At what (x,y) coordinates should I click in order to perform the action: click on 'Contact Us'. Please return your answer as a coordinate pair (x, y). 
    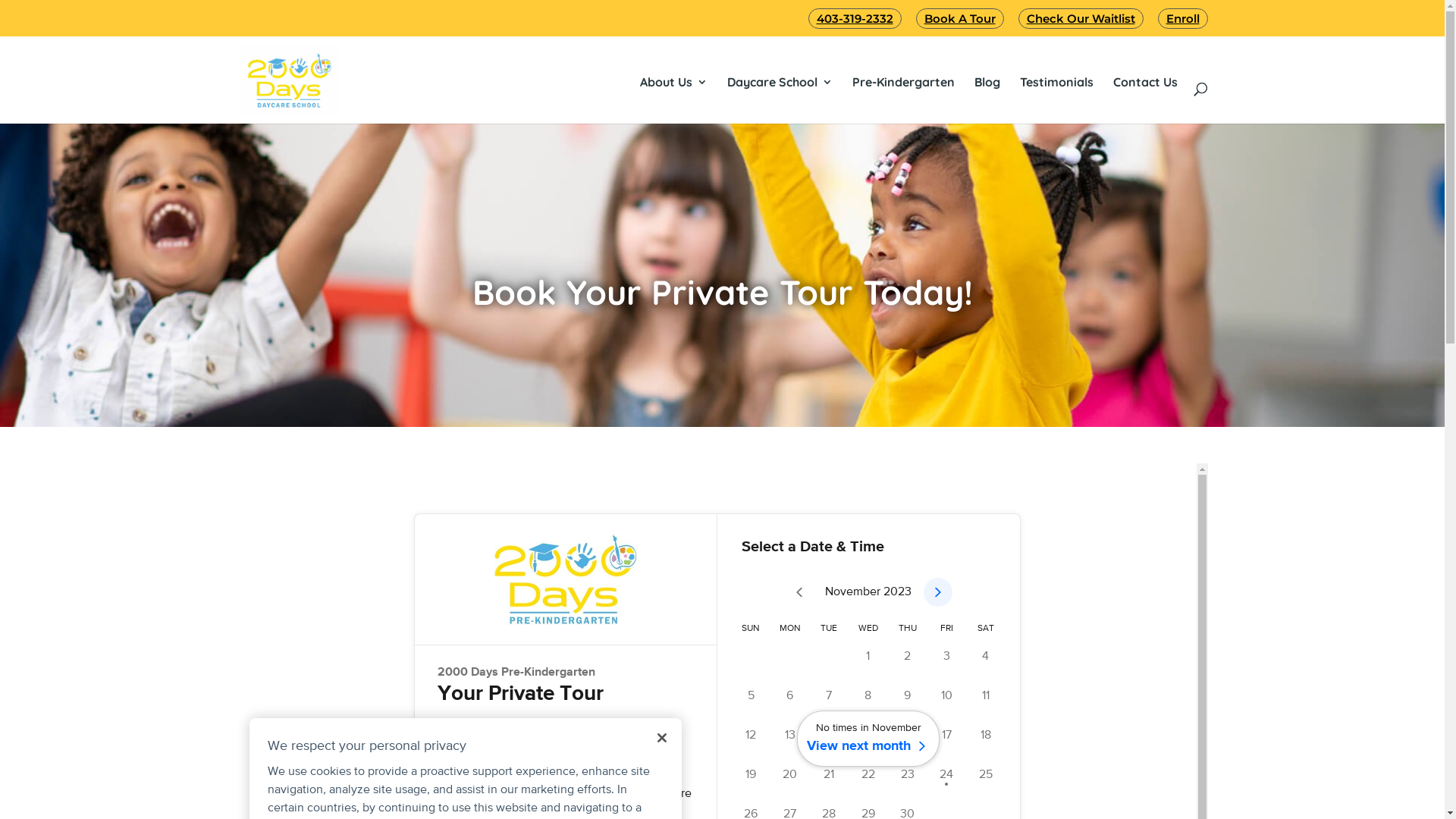
    Looking at the image, I should click on (1145, 82).